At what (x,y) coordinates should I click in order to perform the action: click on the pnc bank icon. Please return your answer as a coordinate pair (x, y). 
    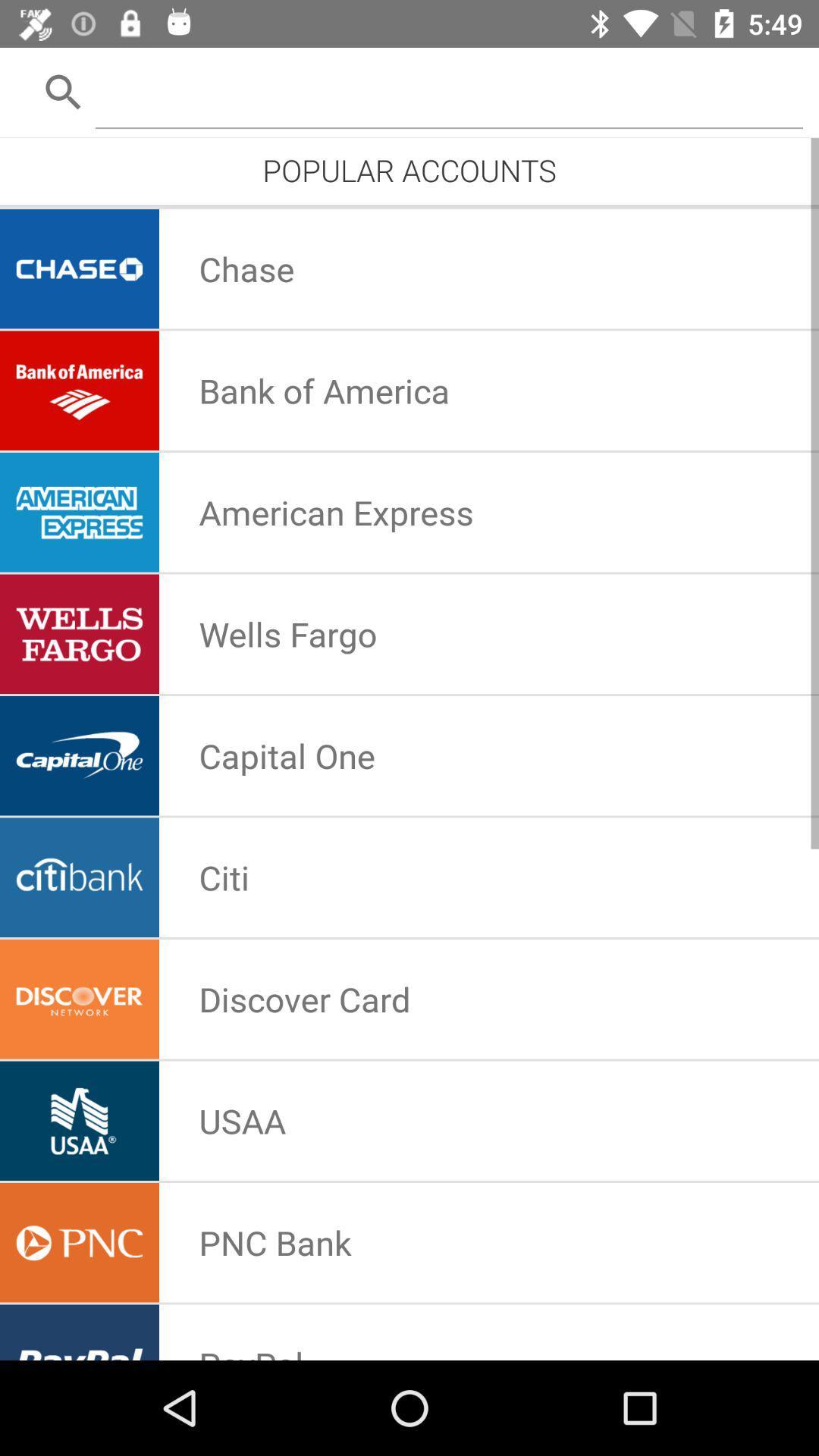
    Looking at the image, I should click on (275, 1242).